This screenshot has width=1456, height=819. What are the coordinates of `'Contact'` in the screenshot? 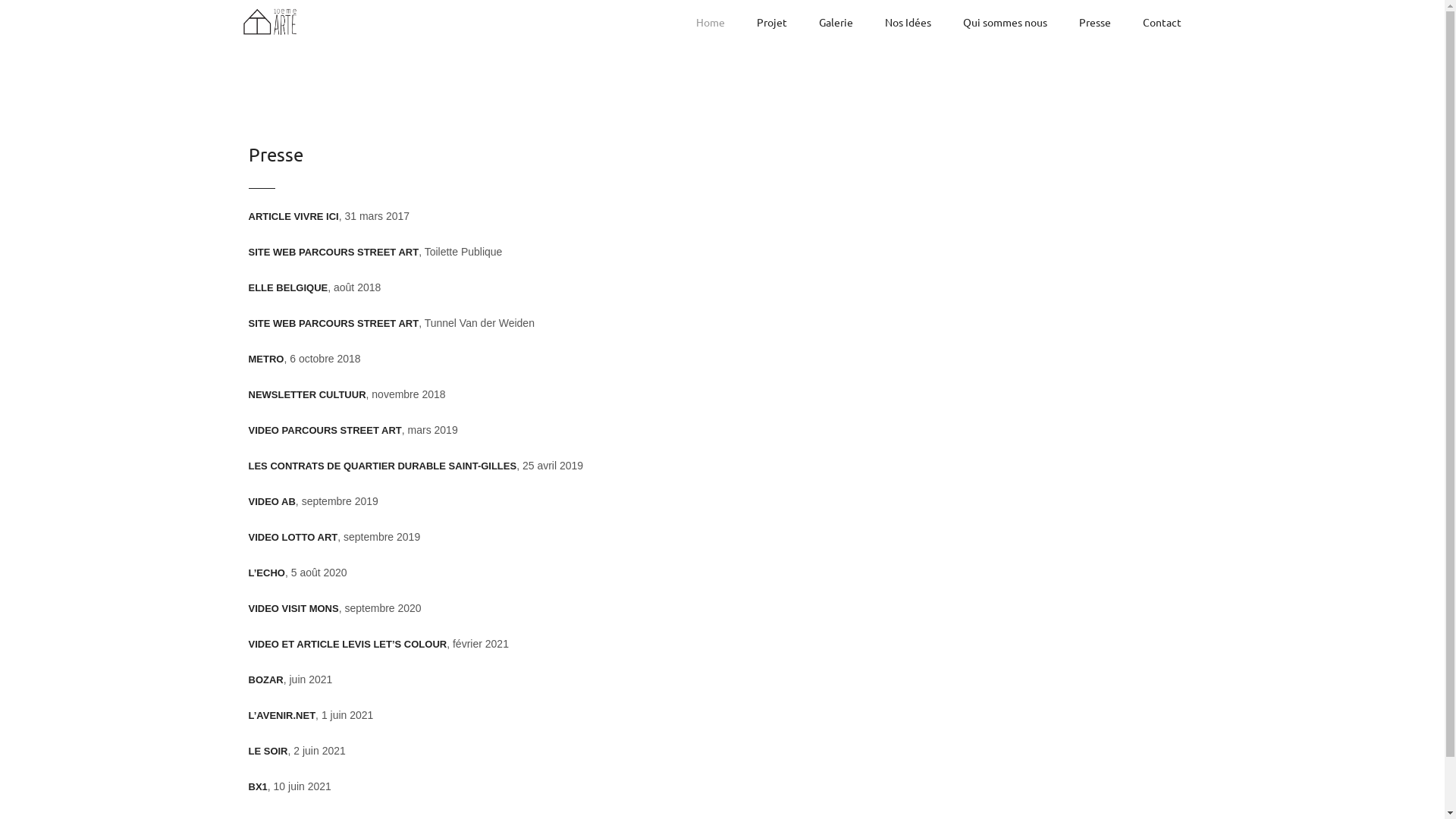 It's located at (1160, 22).